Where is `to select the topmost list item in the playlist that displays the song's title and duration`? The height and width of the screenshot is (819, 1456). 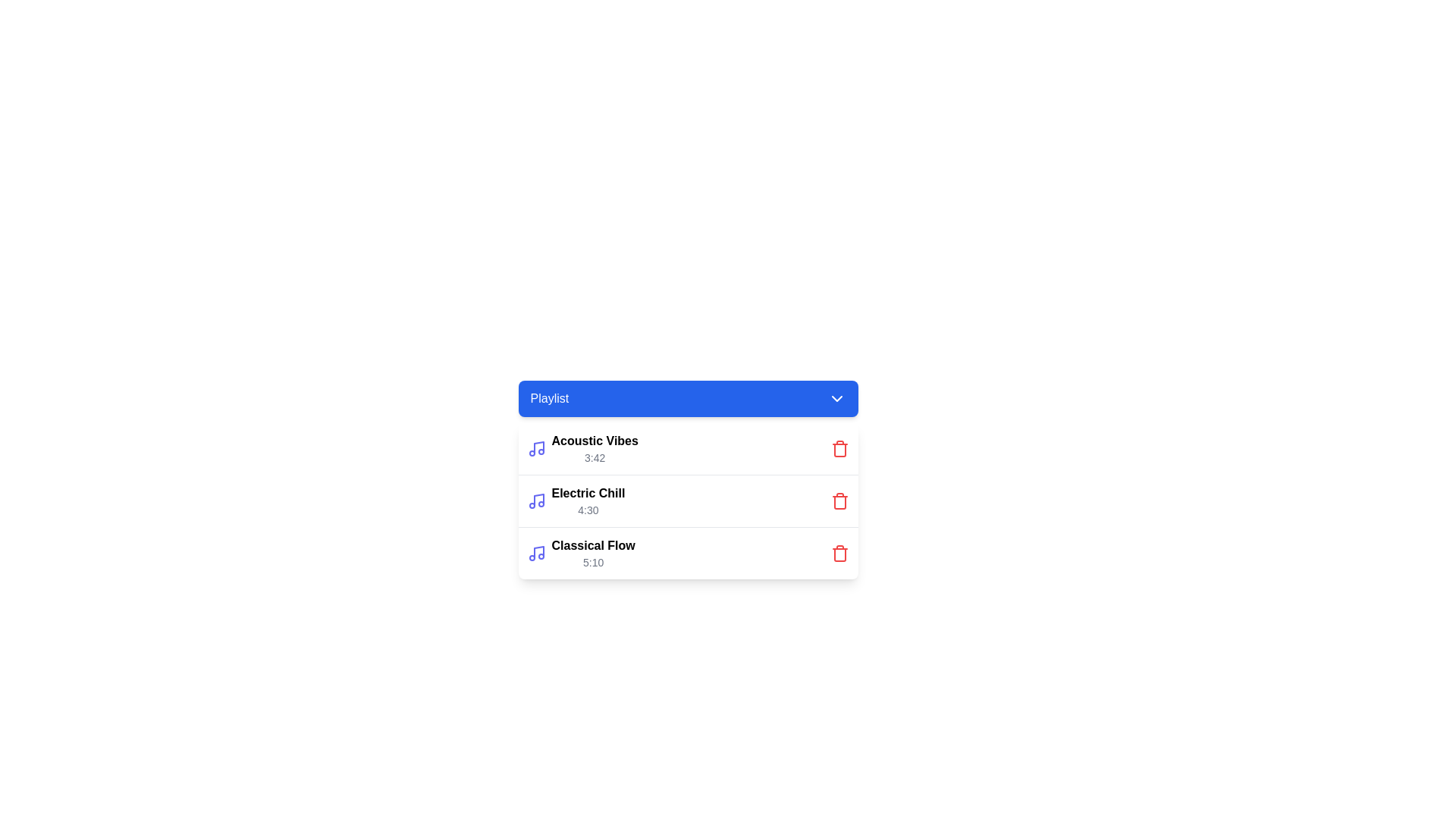
to select the topmost list item in the playlist that displays the song's title and duration is located at coordinates (582, 447).